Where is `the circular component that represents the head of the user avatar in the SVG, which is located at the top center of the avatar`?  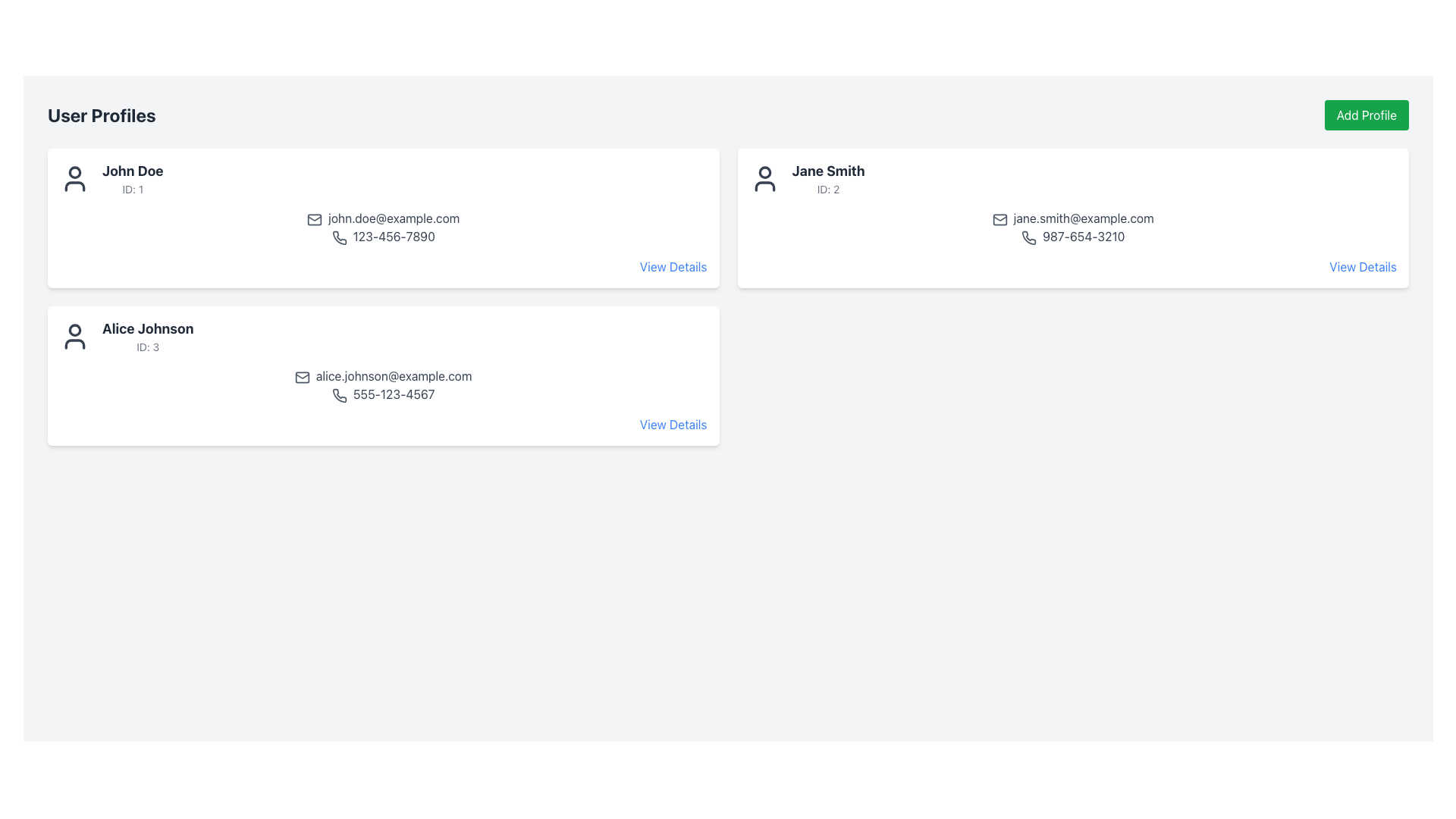 the circular component that represents the head of the user avatar in the SVG, which is located at the top center of the avatar is located at coordinates (74, 329).